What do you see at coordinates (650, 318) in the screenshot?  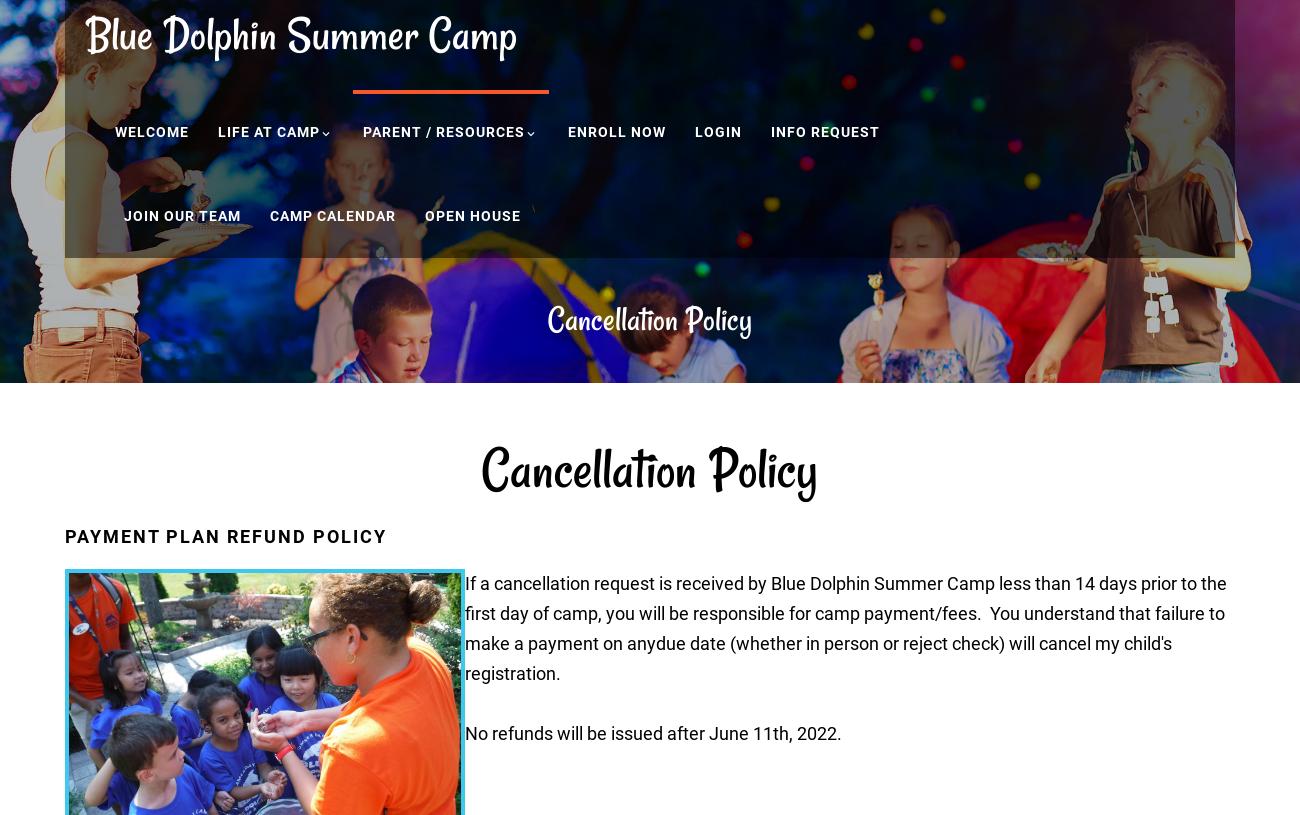 I see `'Cancellation Policy'` at bounding box center [650, 318].